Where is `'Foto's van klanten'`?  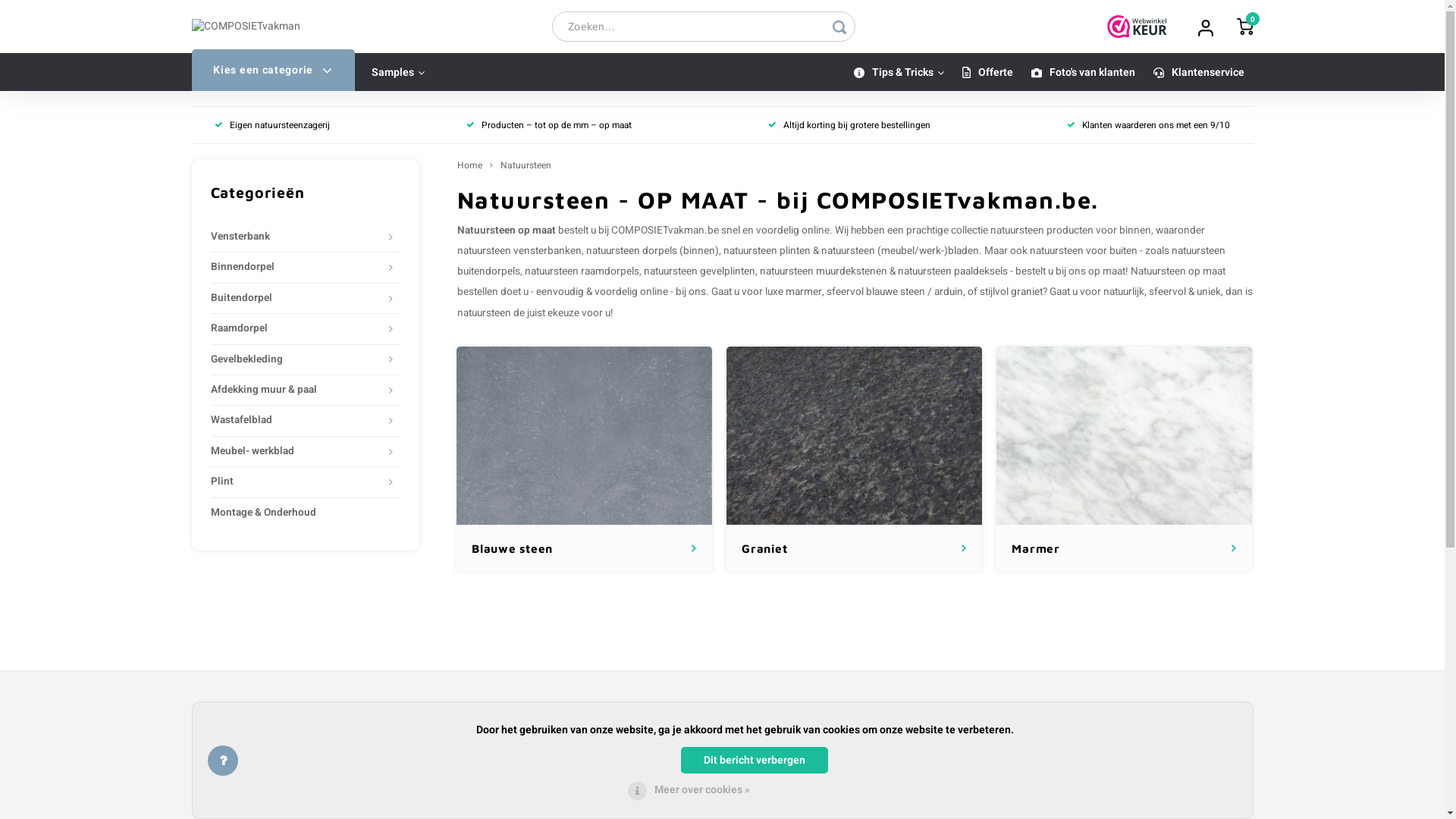
'Foto's van klanten' is located at coordinates (1082, 73).